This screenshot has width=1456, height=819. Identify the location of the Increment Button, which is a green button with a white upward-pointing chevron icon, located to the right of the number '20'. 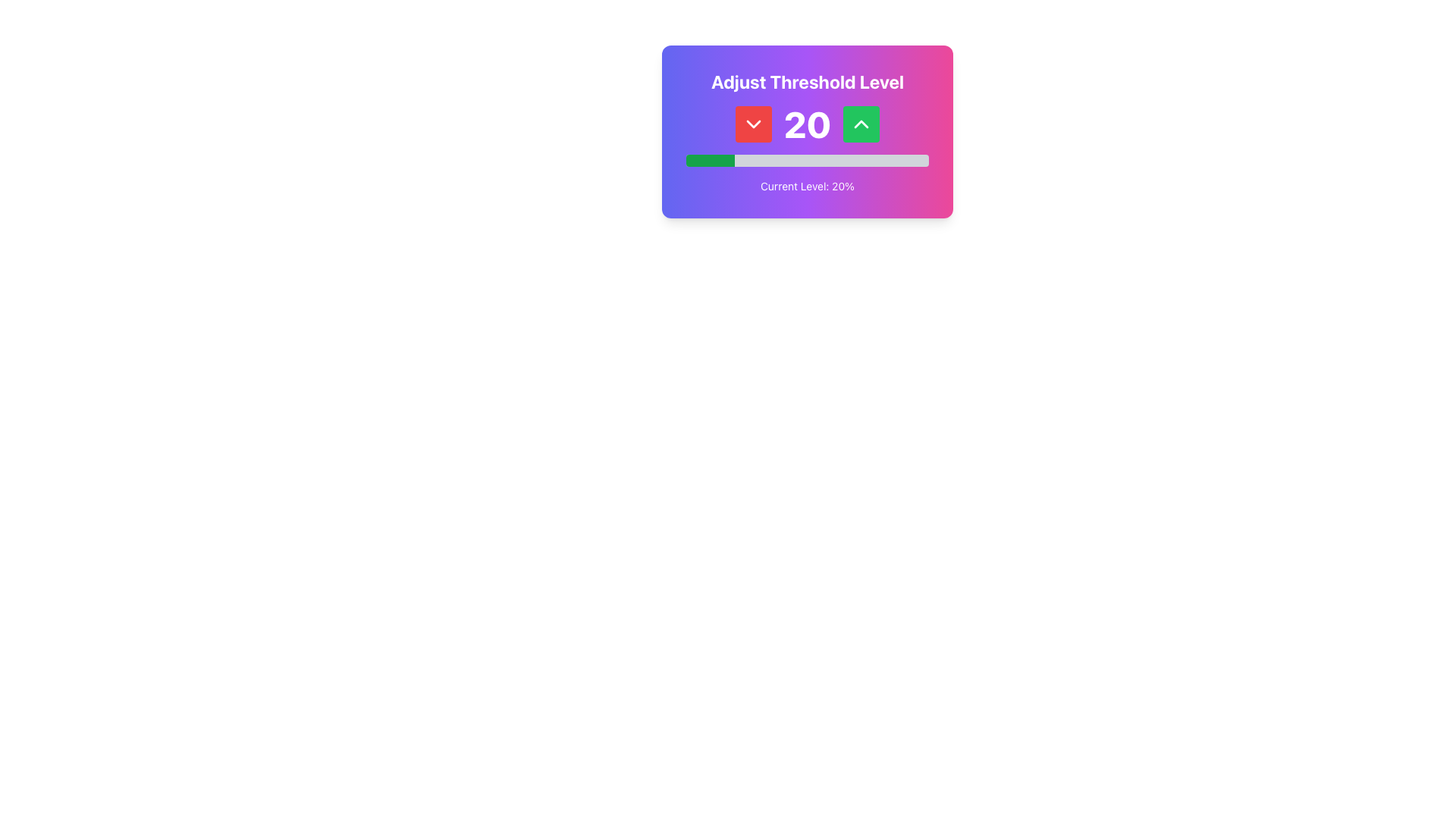
(861, 124).